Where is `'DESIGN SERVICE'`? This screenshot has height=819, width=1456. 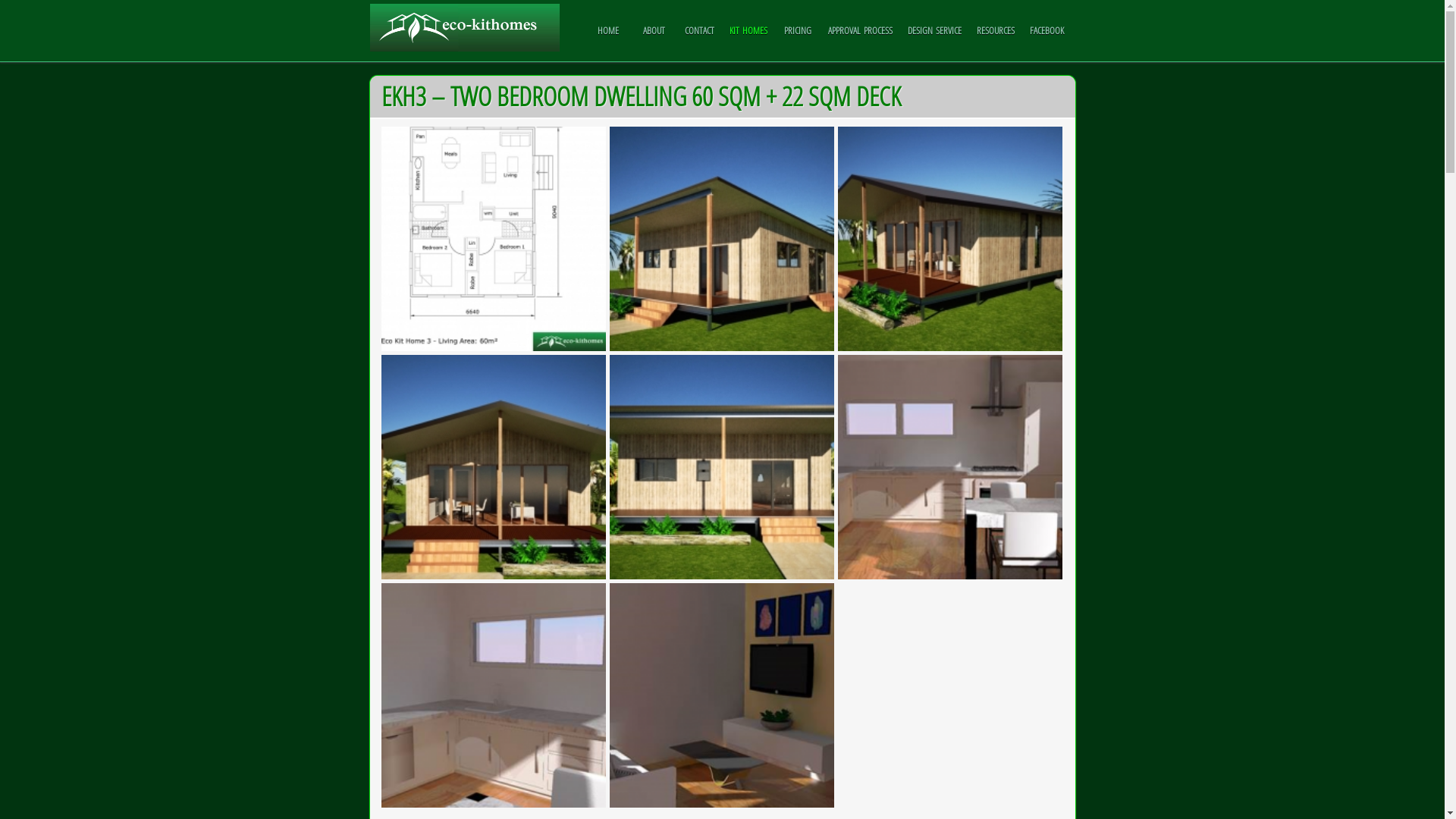
'DESIGN SERVICE' is located at coordinates (934, 30).